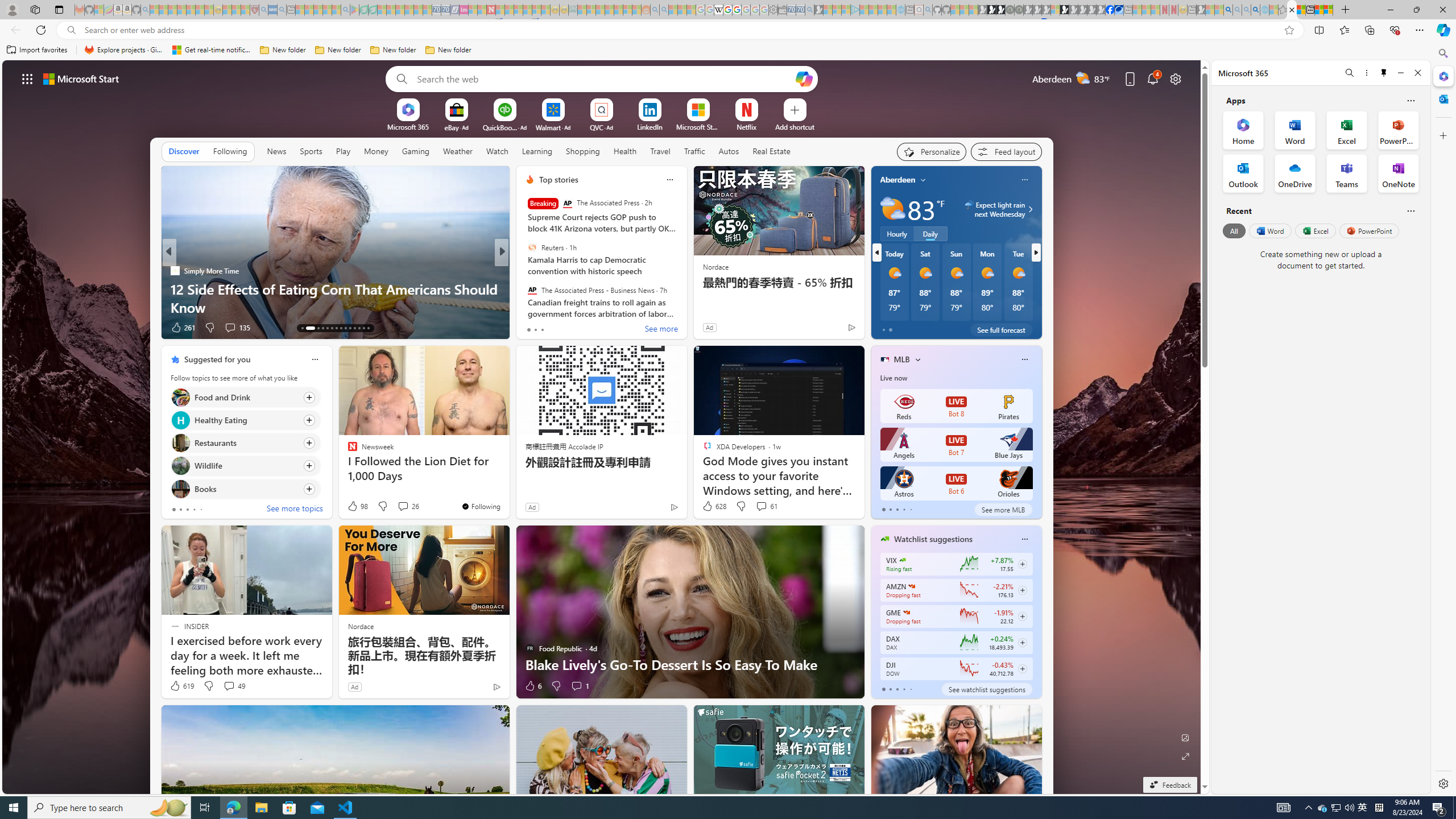 The image size is (1456, 819). Describe the element at coordinates (800, 9) in the screenshot. I see `'Cheap Car Rentals - Save70.com - Sleeping'` at that location.